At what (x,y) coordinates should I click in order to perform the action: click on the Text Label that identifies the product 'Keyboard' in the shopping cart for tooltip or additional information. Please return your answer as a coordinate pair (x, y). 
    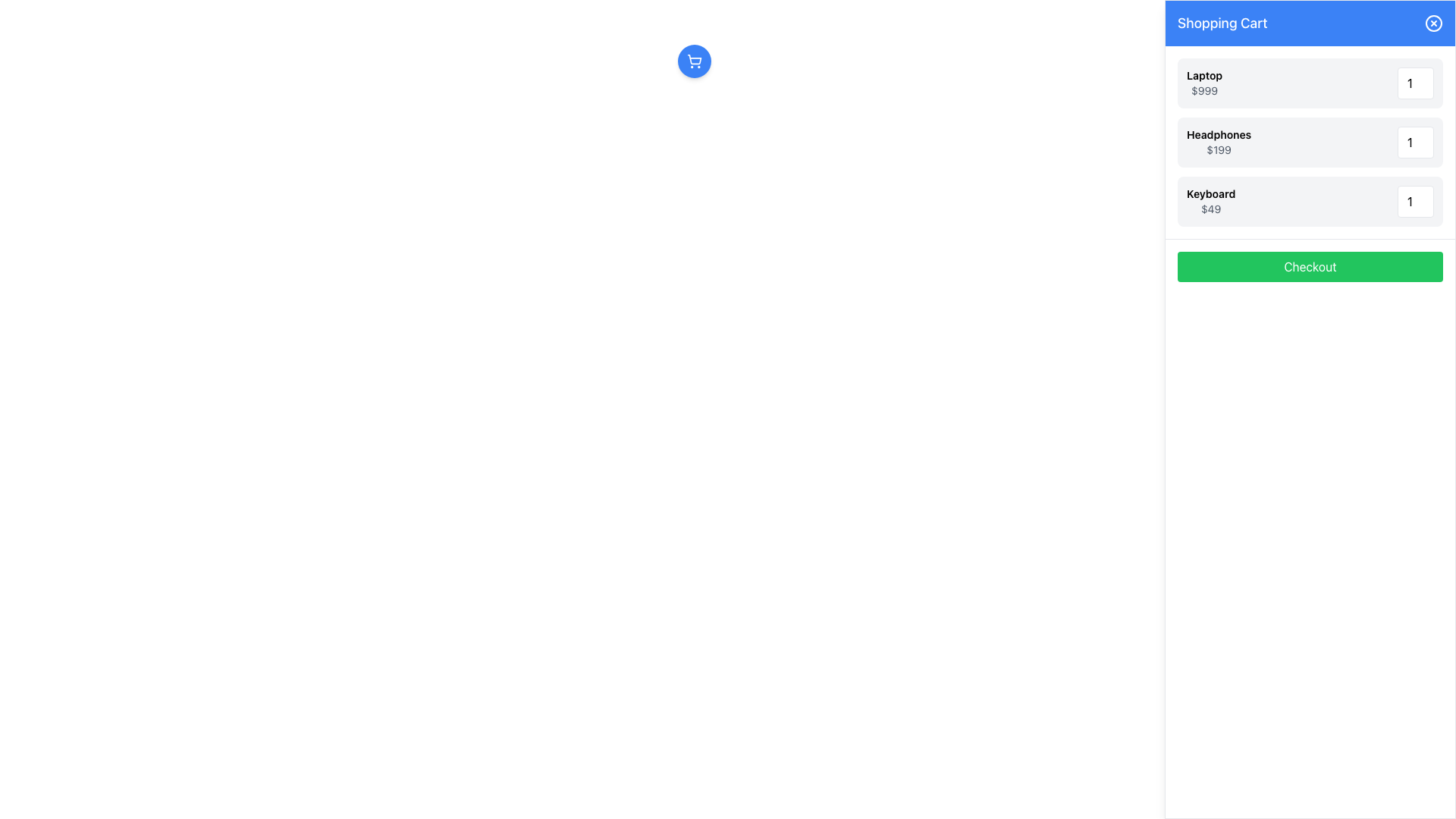
    Looking at the image, I should click on (1210, 193).